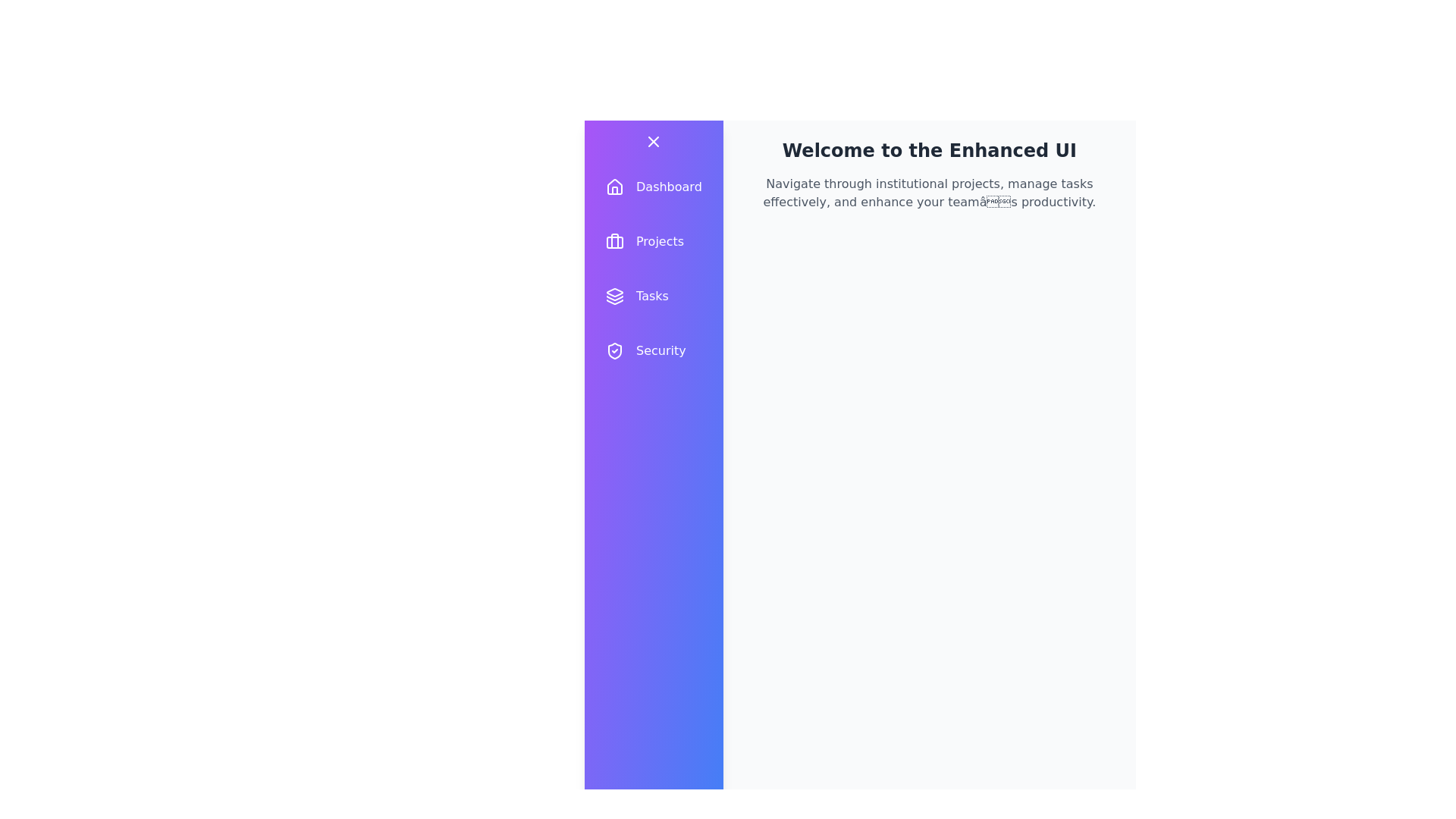  Describe the element at coordinates (654, 268) in the screenshot. I see `the 'Projects' item in the Sidebar Navigation Menu, which is the second item in the vertical arrangement on the left-hand side of the interface` at that location.